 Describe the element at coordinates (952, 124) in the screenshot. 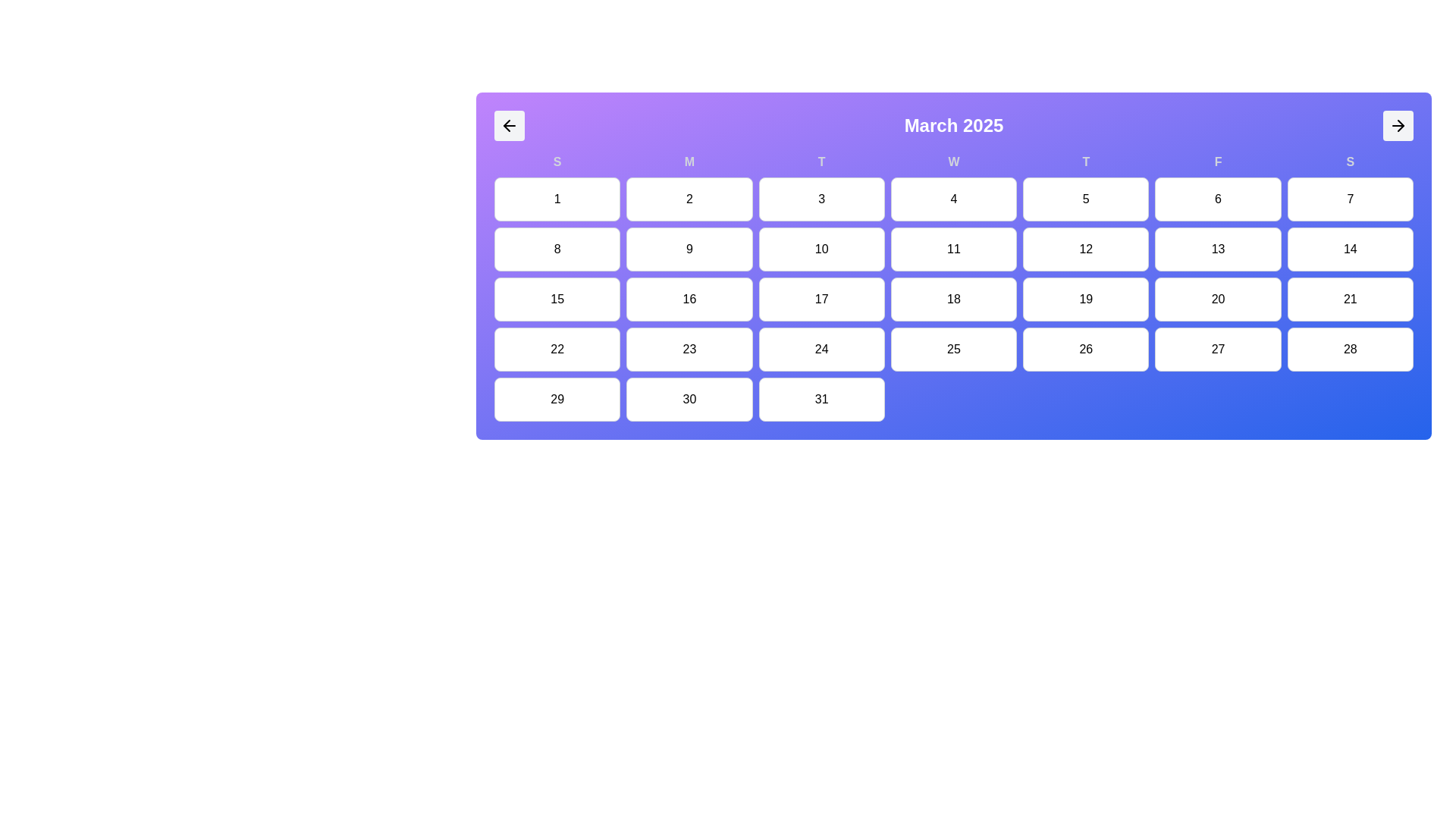

I see `the Text label indicating the currently selected month and year in the header section of the calendar component` at that location.